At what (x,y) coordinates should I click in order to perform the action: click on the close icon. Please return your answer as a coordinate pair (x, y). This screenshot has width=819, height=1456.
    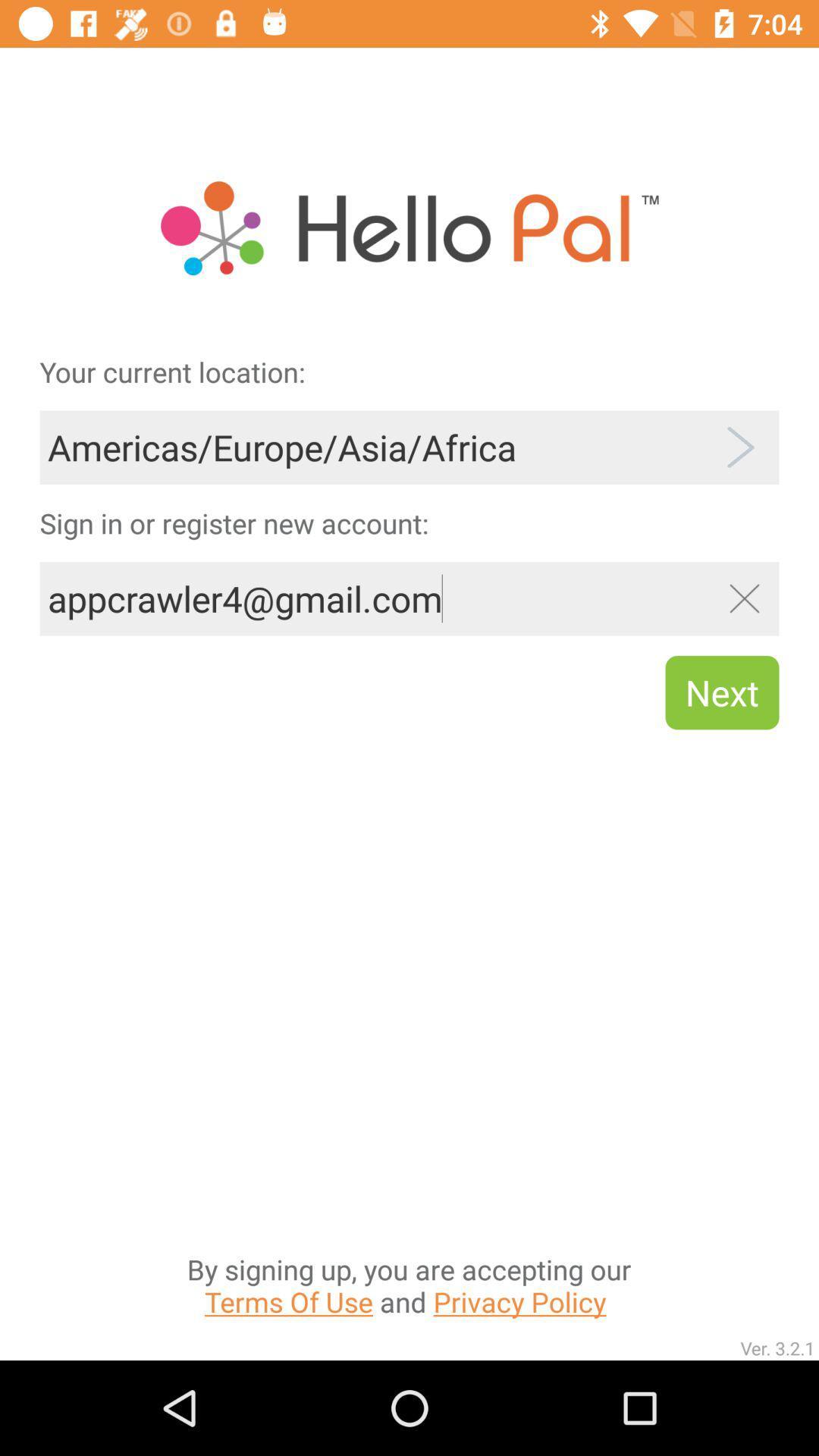
    Looking at the image, I should click on (743, 598).